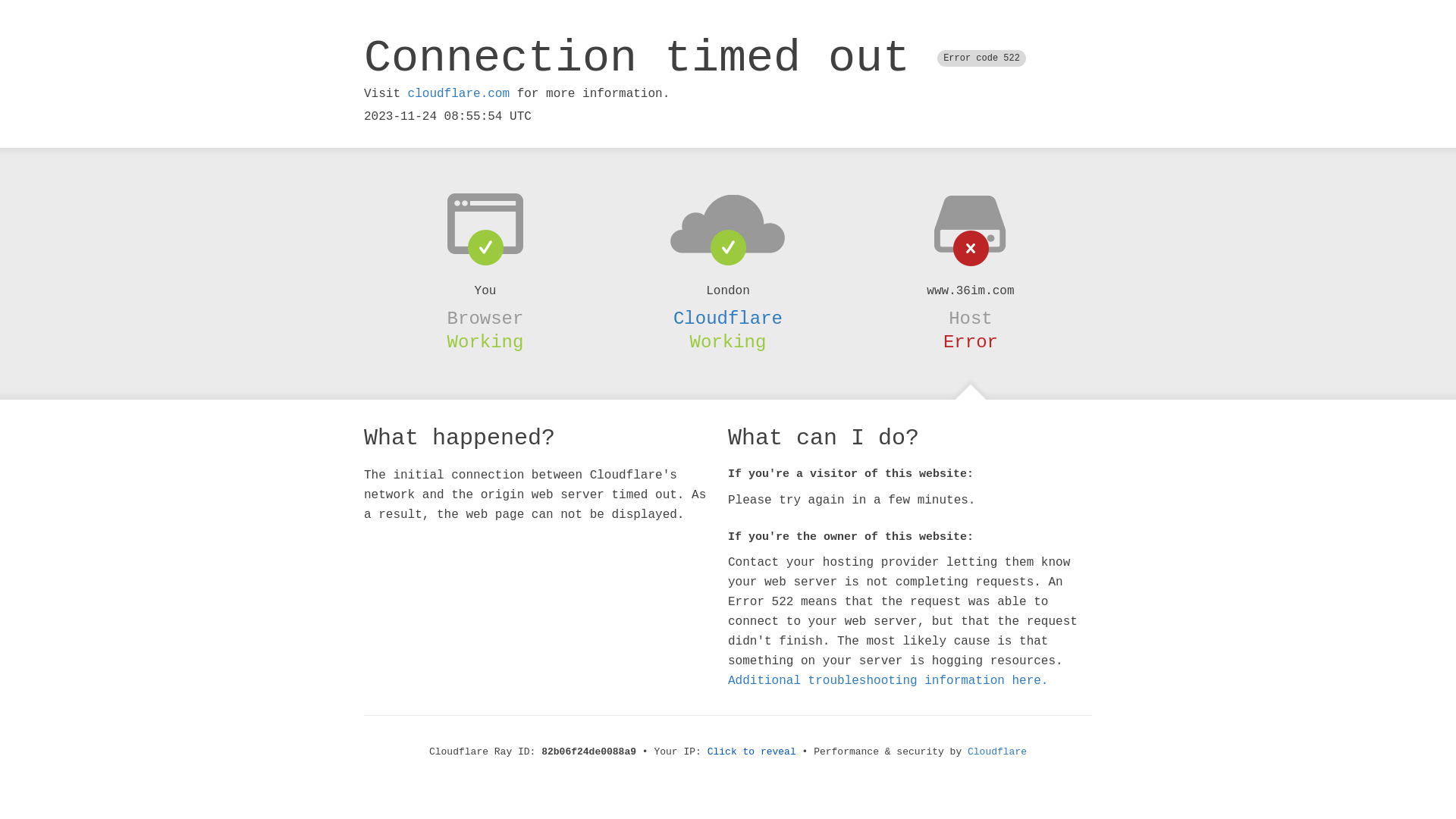 Image resolution: width=1456 pixels, height=819 pixels. What do you see at coordinates (706, 752) in the screenshot?
I see `'Click to reveal'` at bounding box center [706, 752].